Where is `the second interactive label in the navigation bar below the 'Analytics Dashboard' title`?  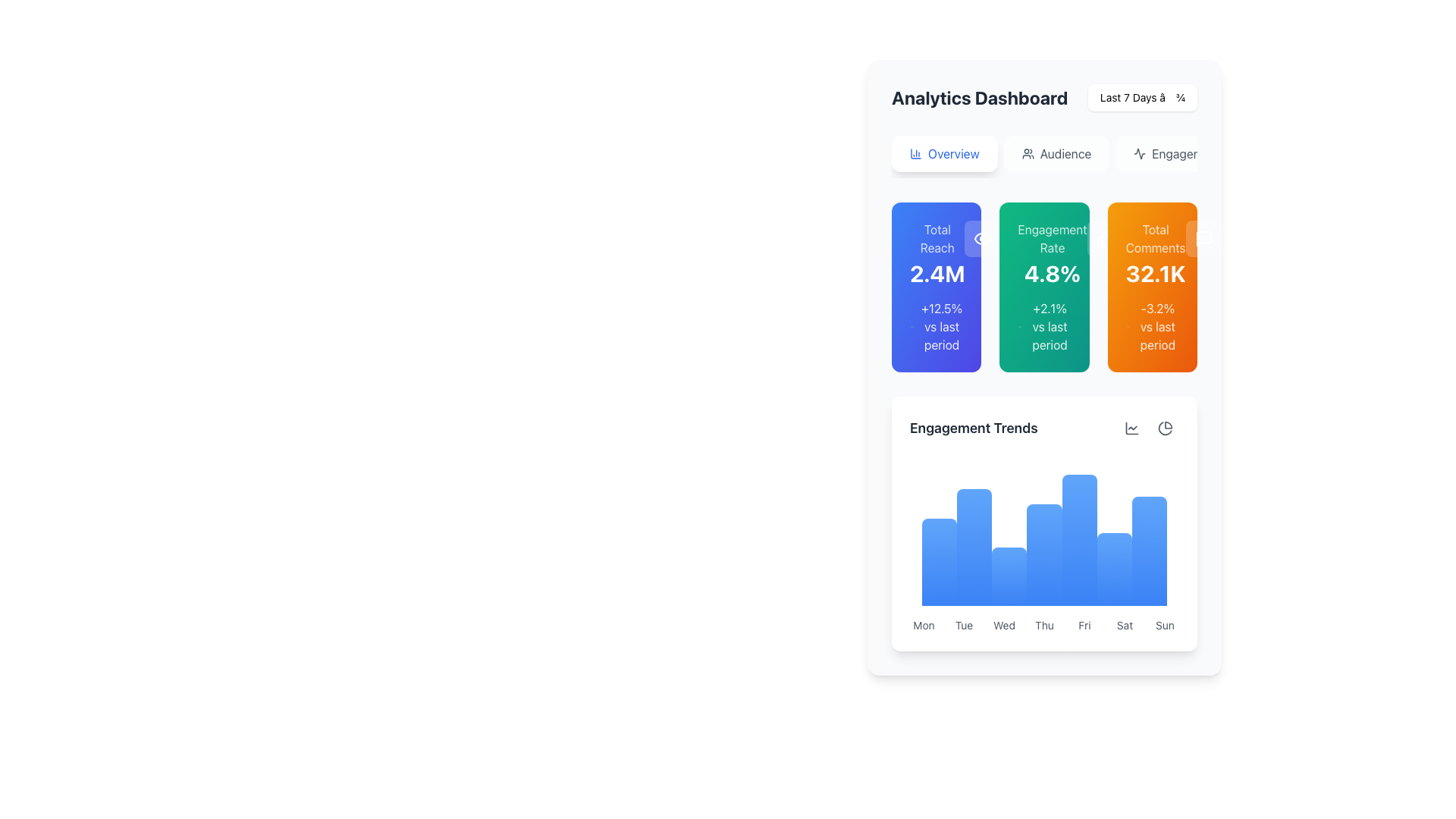 the second interactive label in the navigation bar below the 'Analytics Dashboard' title is located at coordinates (1065, 154).